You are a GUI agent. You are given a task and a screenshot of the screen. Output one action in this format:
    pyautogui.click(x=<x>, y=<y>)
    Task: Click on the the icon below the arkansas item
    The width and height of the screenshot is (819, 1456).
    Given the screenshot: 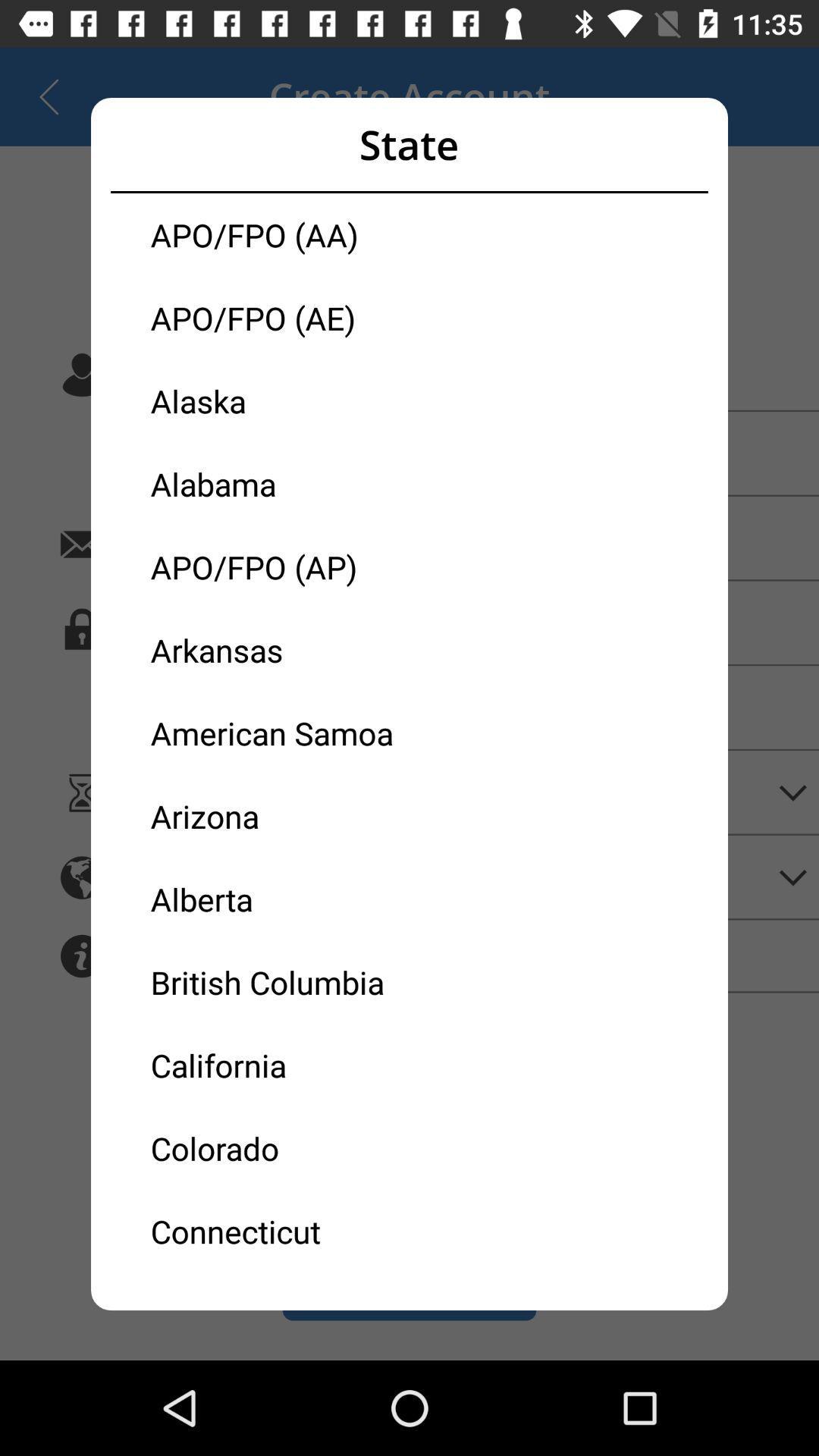 What is the action you would take?
    pyautogui.click(x=280, y=733)
    